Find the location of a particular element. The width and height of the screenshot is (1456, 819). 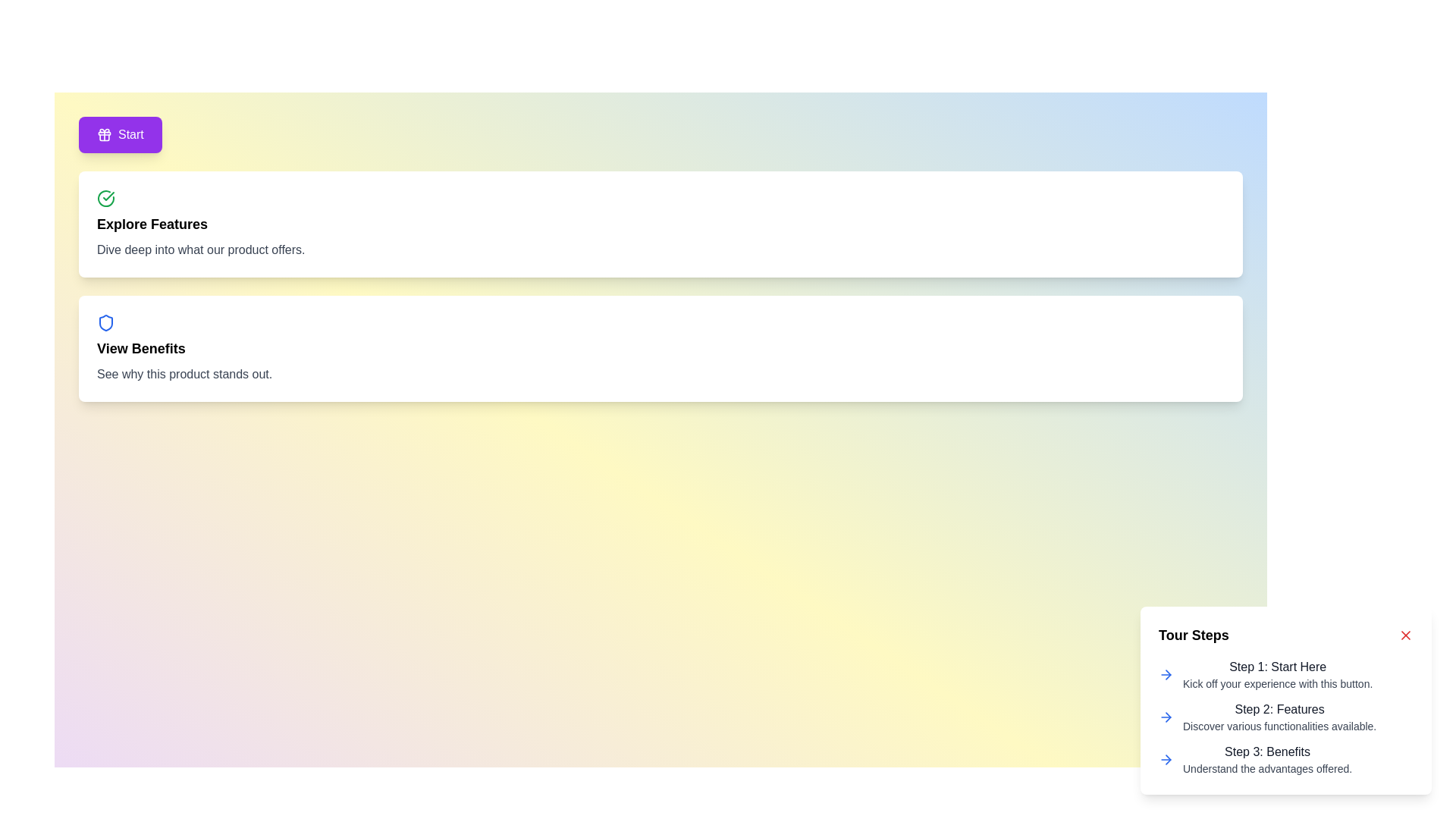

the Informational text element for Step 2 of the guided user tour, which provides instructions for discovering functionalities is located at coordinates (1285, 717).